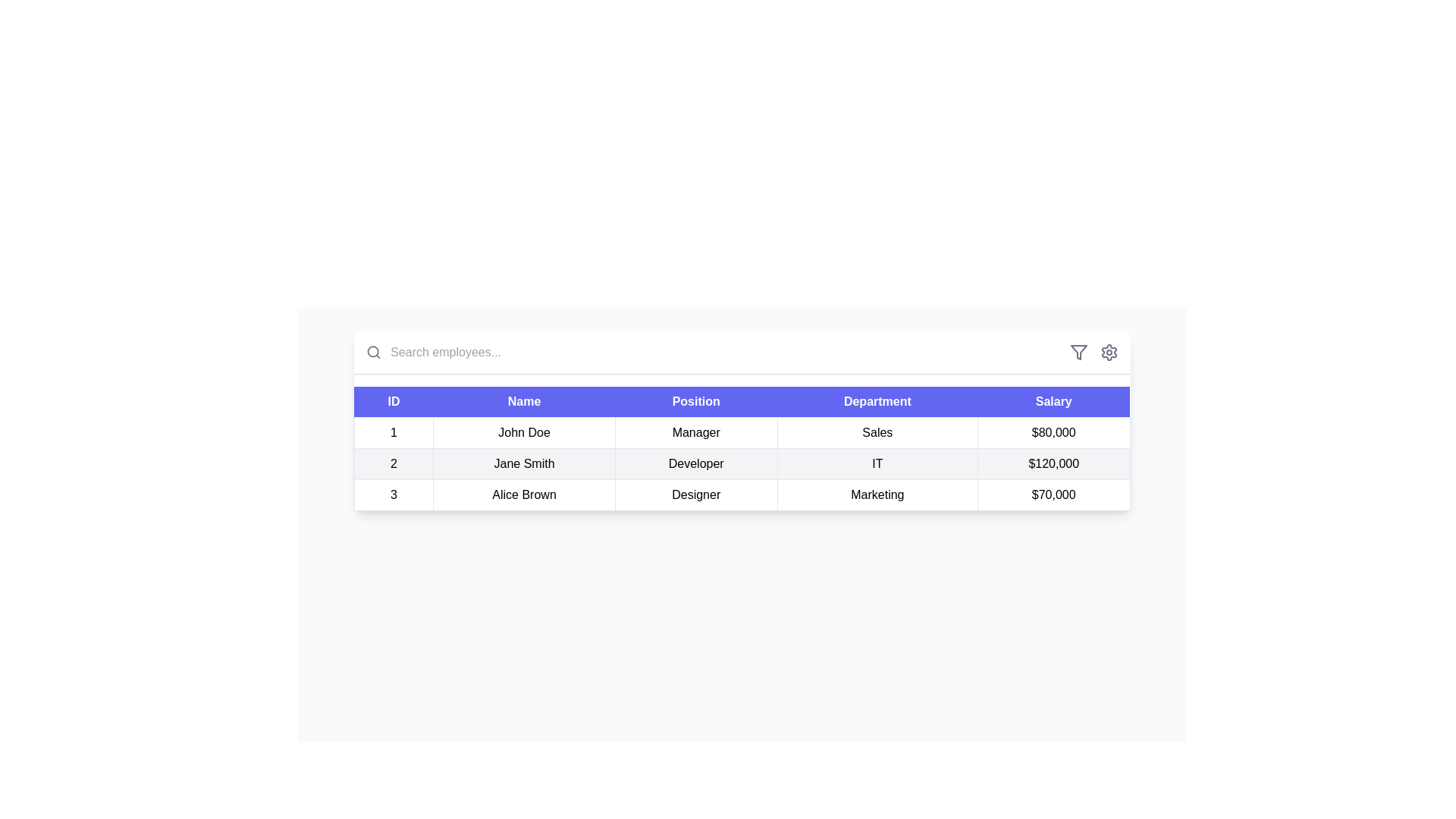 The image size is (1456, 819). I want to click on the Text Display element representing 'Jane Smith', which is located in the second cell of the second row in the table's 'Name' column, so click(524, 463).